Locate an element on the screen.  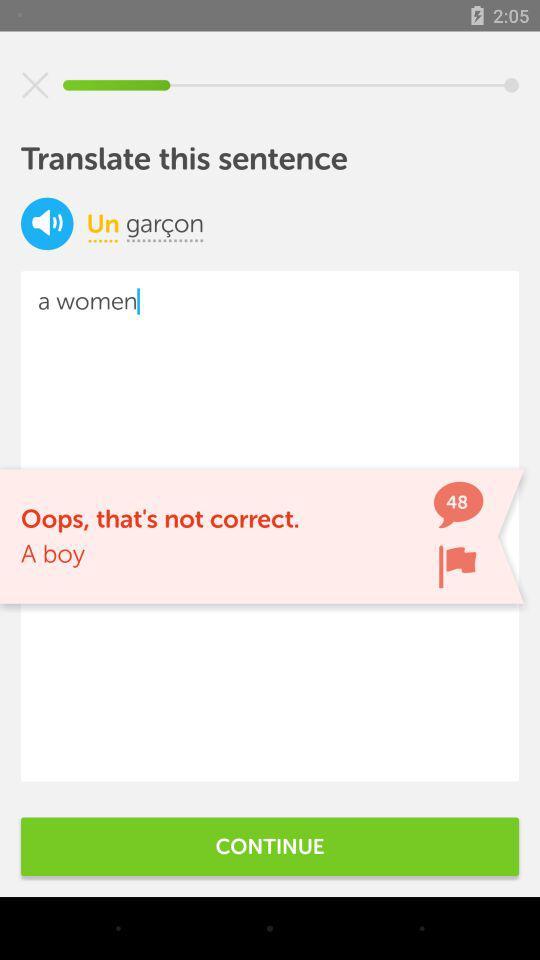
the item next to the is located at coordinates (103, 223).